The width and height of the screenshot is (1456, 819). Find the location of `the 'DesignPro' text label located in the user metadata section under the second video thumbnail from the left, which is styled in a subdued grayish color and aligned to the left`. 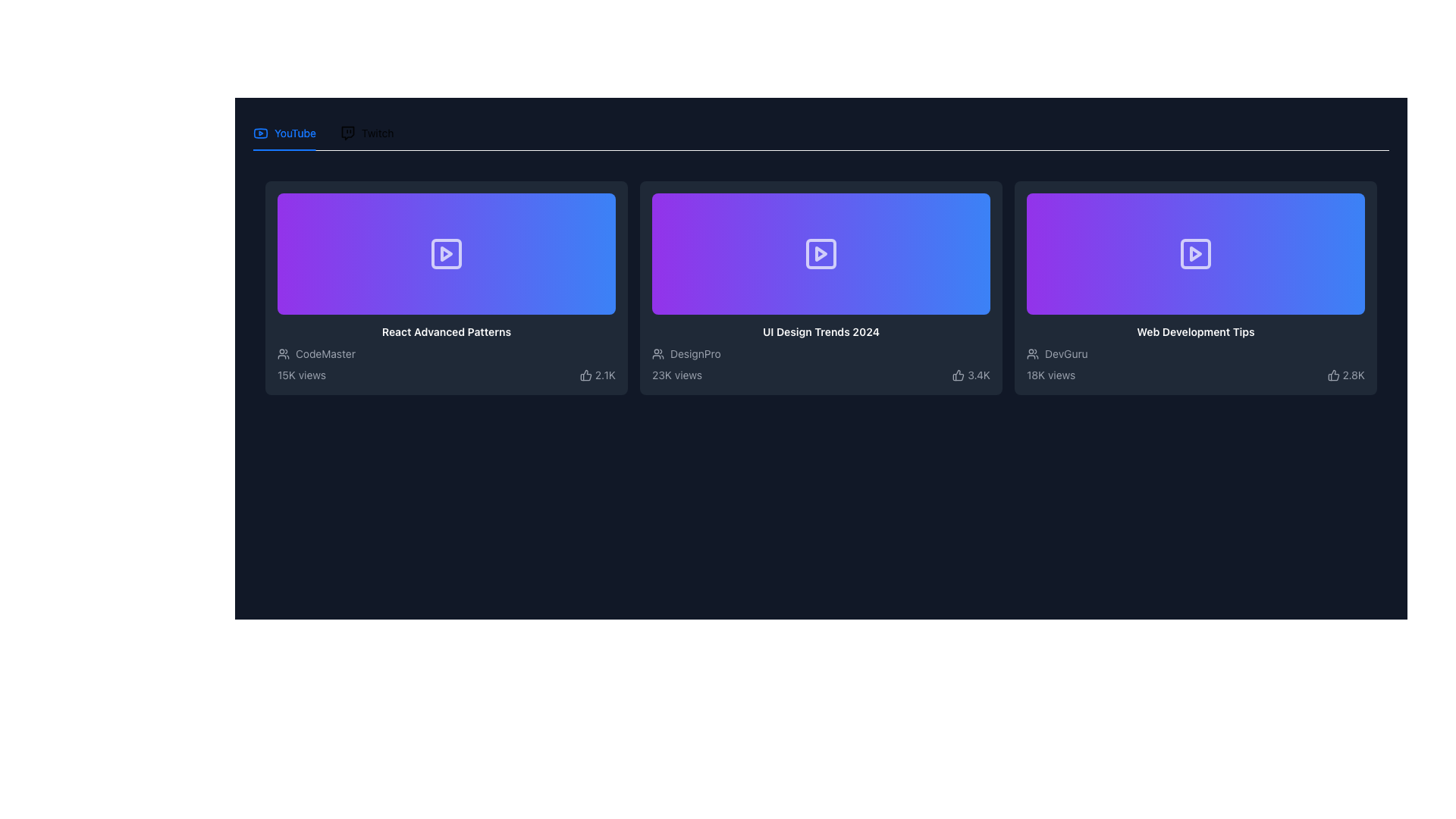

the 'DesignPro' text label located in the user metadata section under the second video thumbnail from the left, which is styled in a subdued grayish color and aligned to the left is located at coordinates (695, 353).